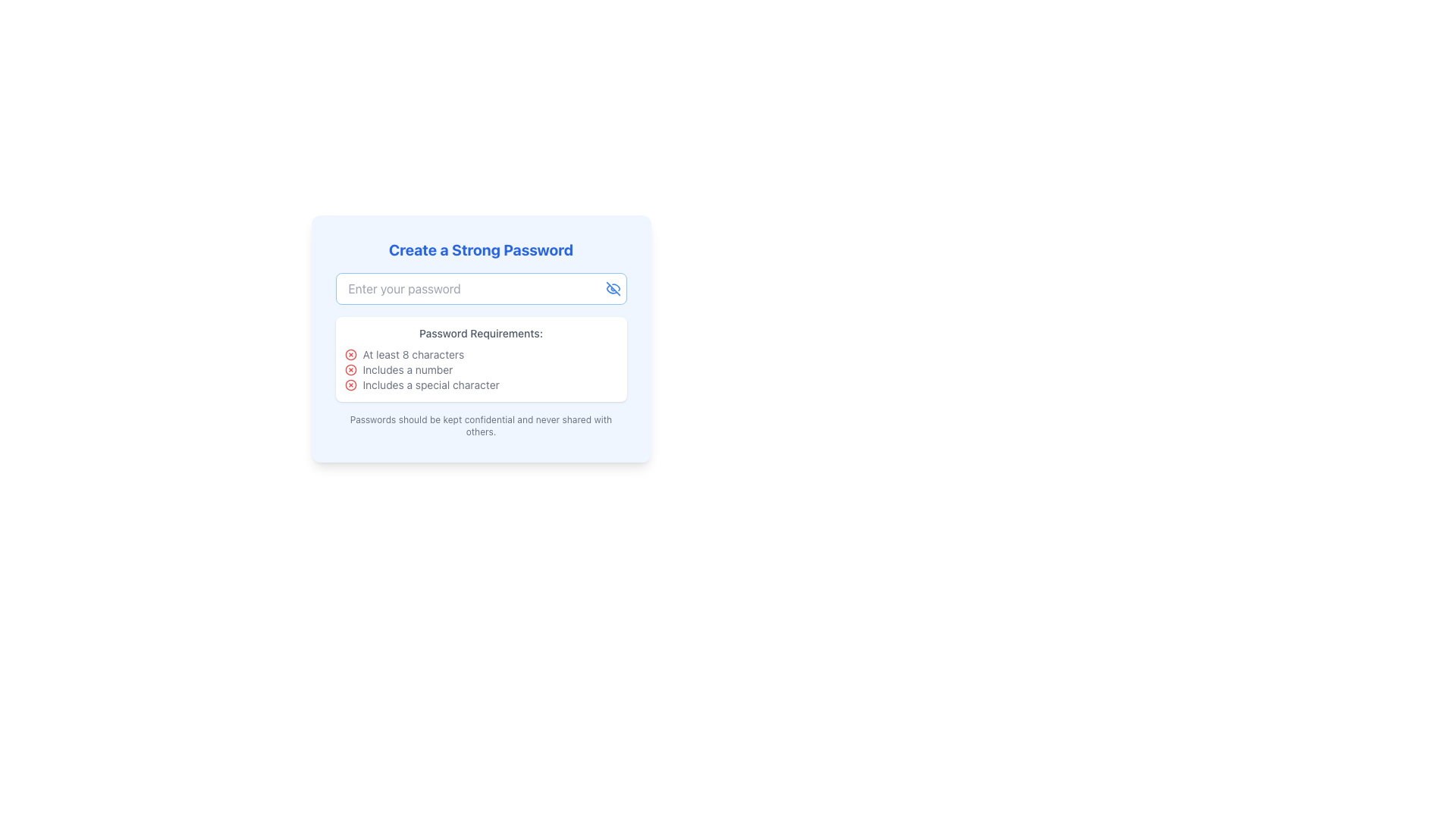 The image size is (1456, 819). Describe the element at coordinates (430, 384) in the screenshot. I see `the text label stating 'Includes a special character' located under the 'Password Requirements' section` at that location.